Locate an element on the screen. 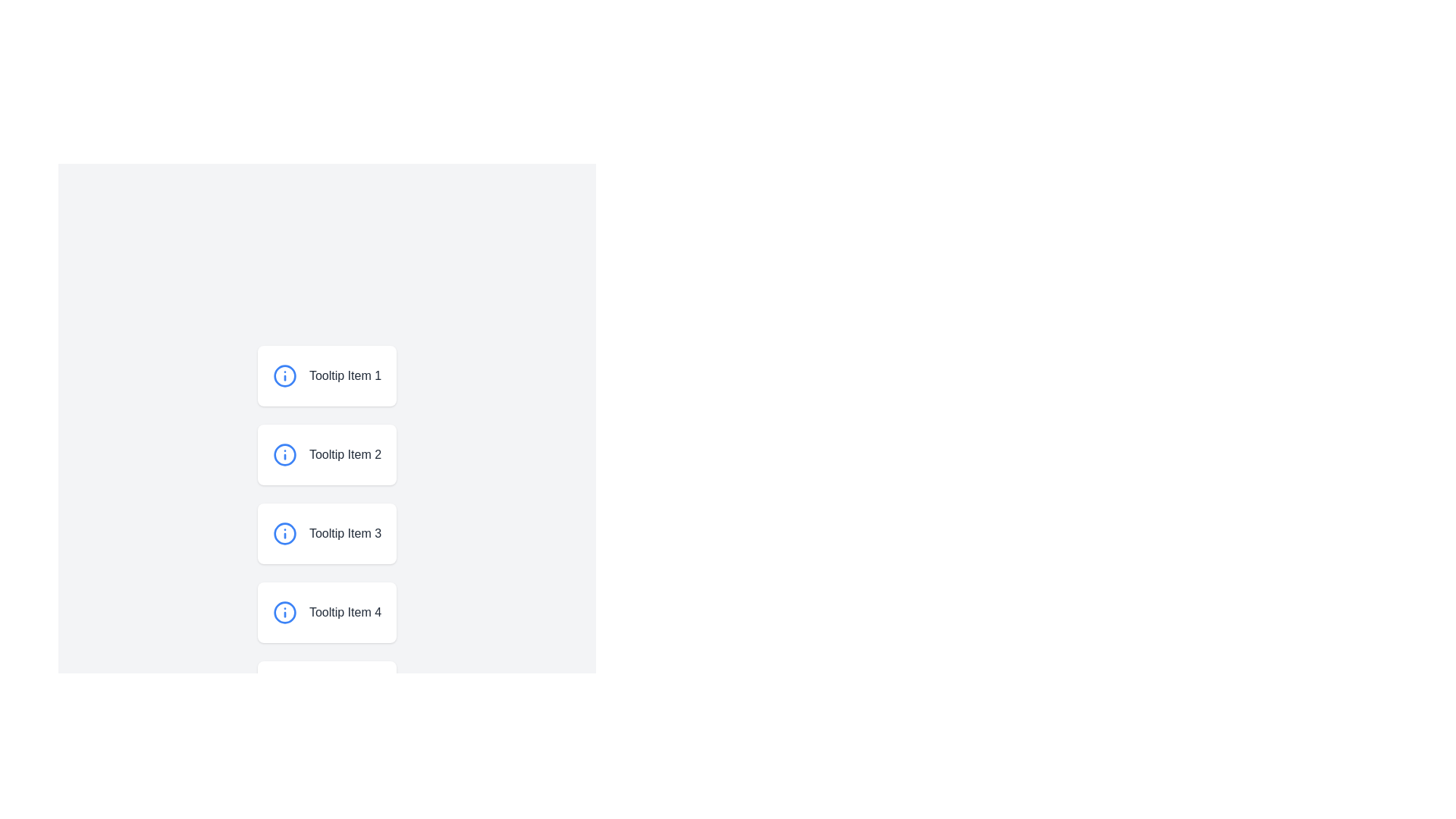 This screenshot has height=819, width=1456. the circular graphical component with a blue outline, which is part of the third information icon next to 'Tooltip Item 3' is located at coordinates (284, 533).